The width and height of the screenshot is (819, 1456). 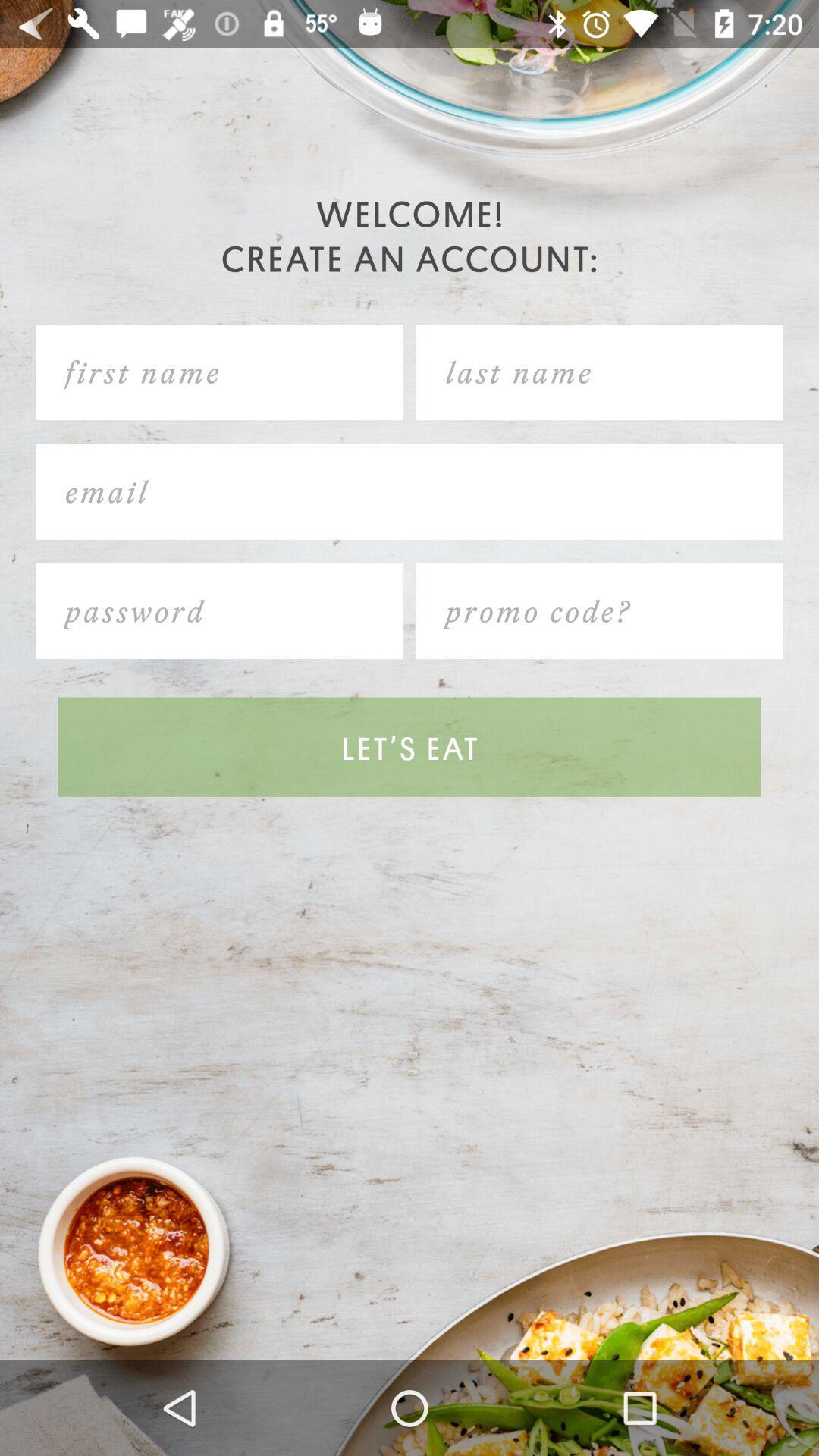 I want to click on last name, so click(x=598, y=372).